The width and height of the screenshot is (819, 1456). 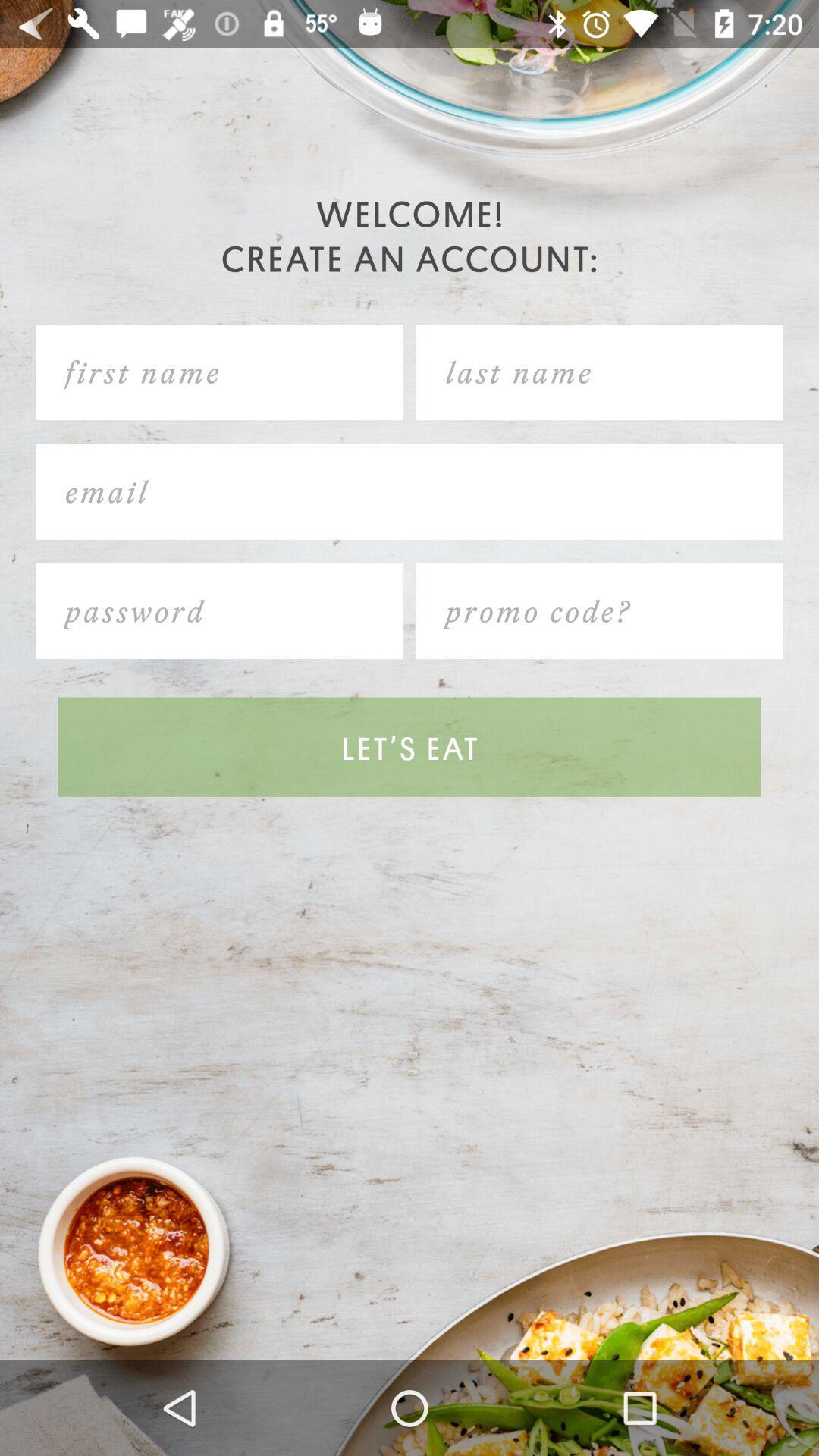 I want to click on last name, so click(x=598, y=372).